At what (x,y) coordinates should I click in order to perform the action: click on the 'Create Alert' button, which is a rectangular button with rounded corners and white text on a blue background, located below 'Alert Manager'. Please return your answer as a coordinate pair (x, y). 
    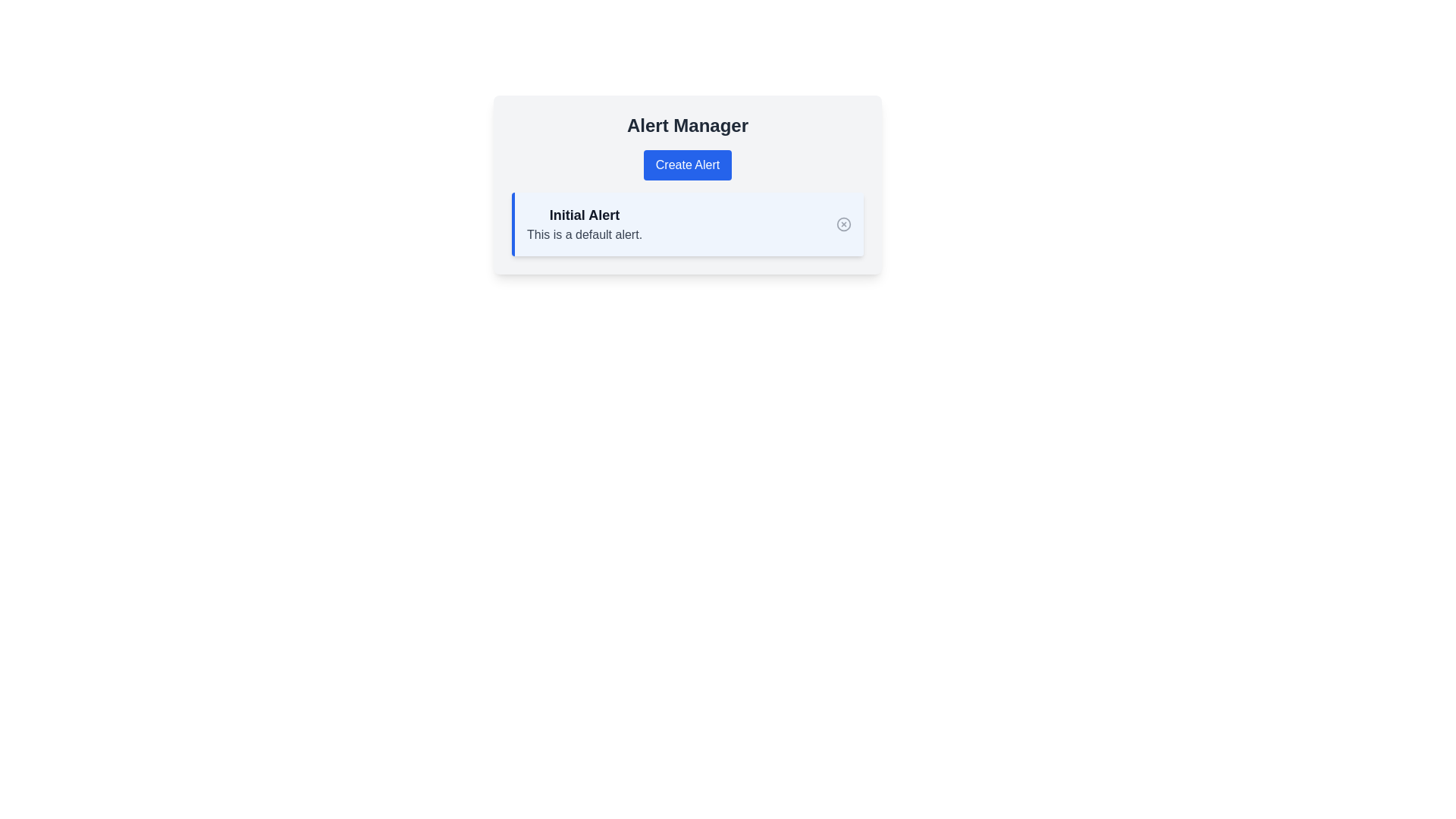
    Looking at the image, I should click on (687, 165).